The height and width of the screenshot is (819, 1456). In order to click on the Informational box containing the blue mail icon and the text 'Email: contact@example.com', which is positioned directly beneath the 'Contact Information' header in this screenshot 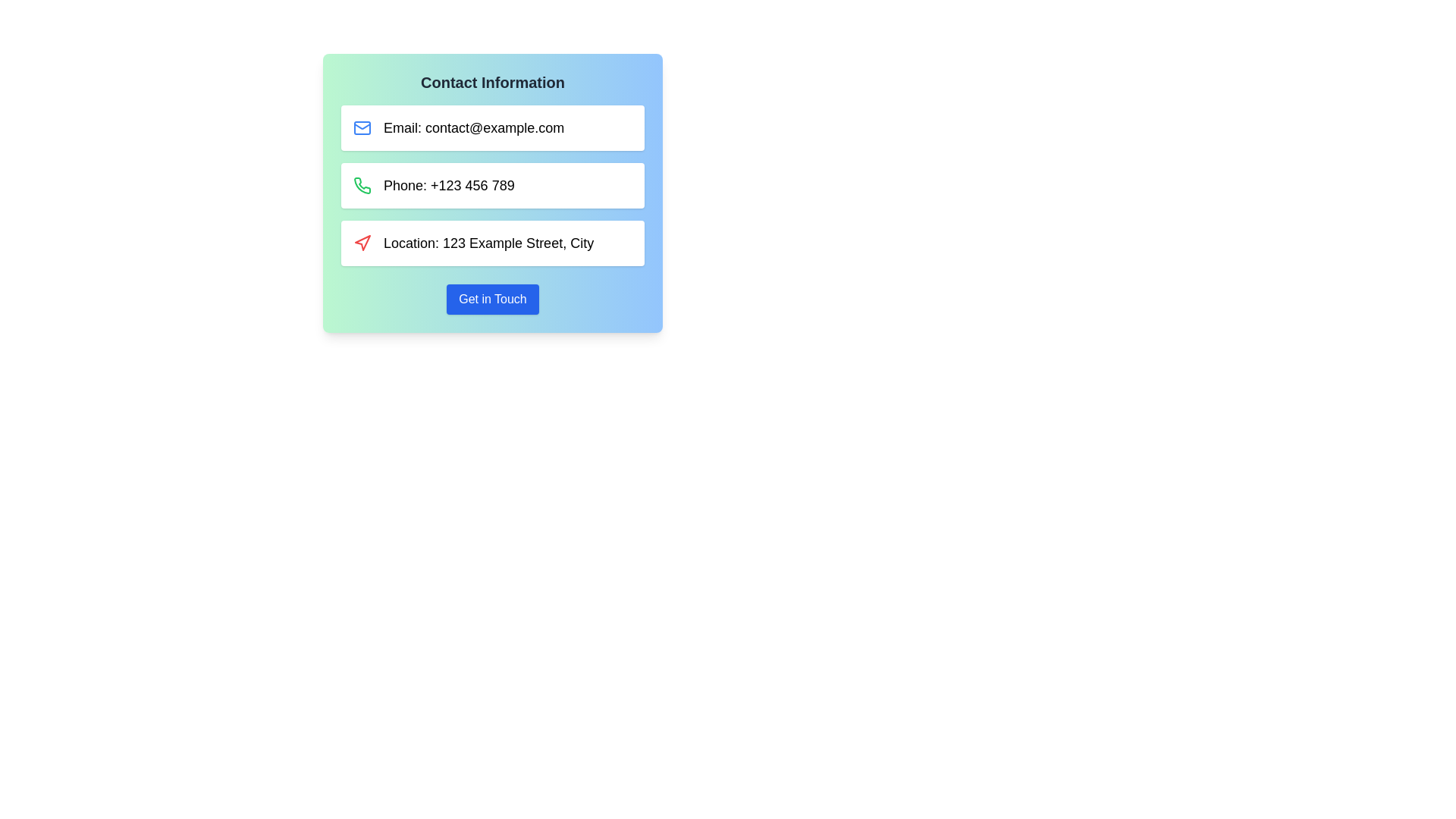, I will do `click(492, 127)`.